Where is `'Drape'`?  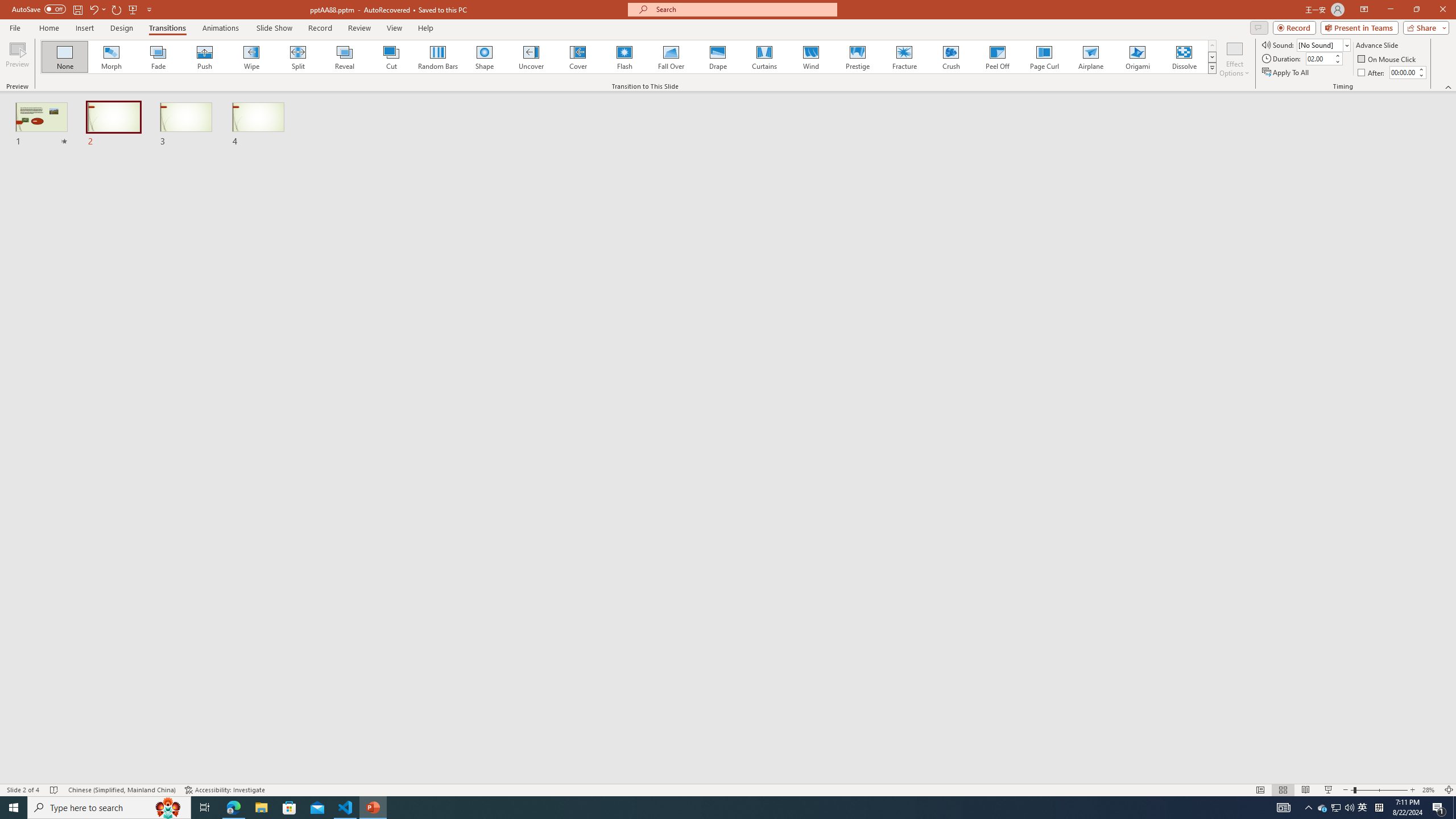 'Drape' is located at coordinates (717, 56).